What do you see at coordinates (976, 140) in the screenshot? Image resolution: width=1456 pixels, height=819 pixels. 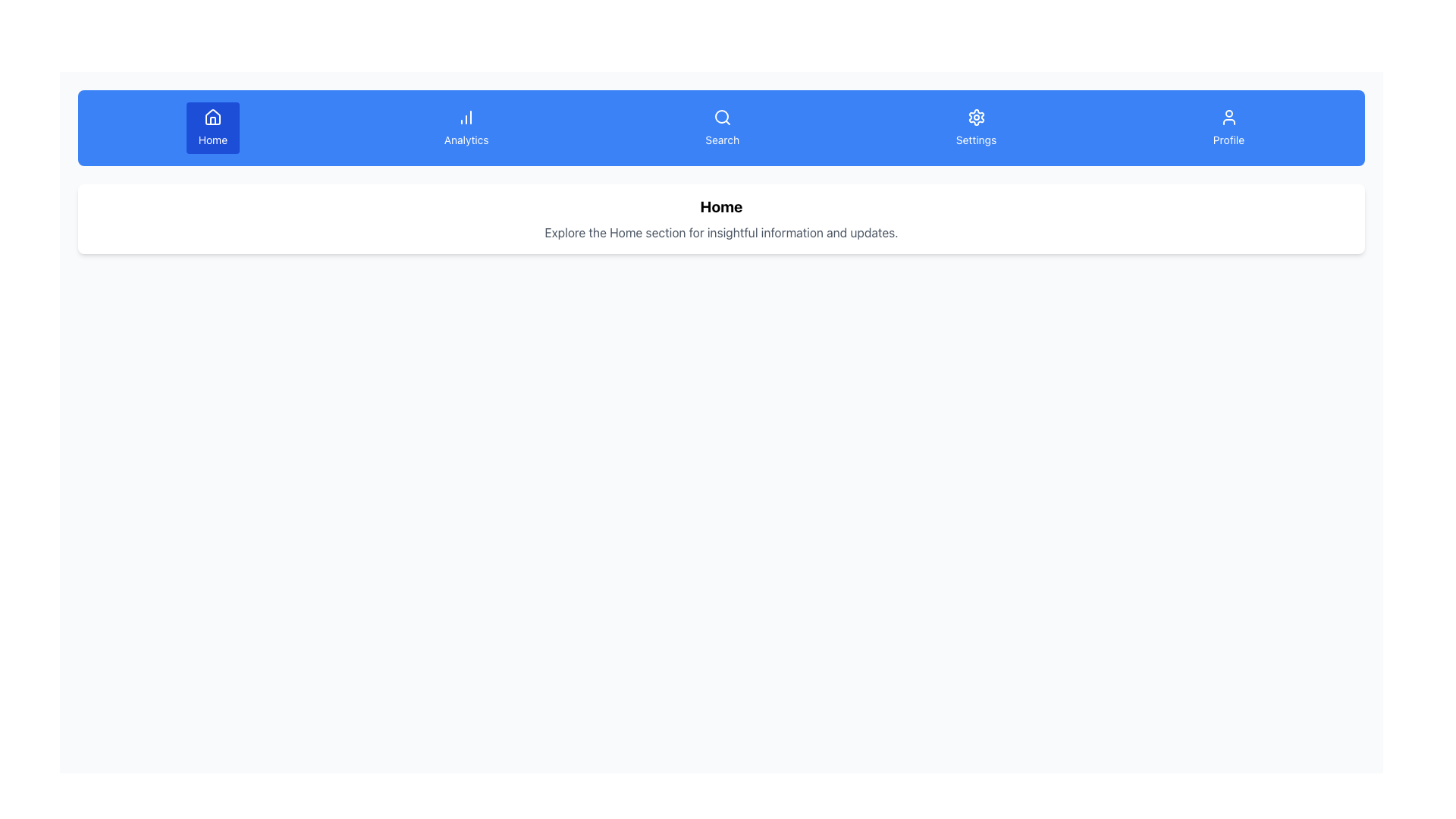 I see `the text label that describes the settings button associated with the gear icon located towards the upper right of the navigation options bar` at bounding box center [976, 140].